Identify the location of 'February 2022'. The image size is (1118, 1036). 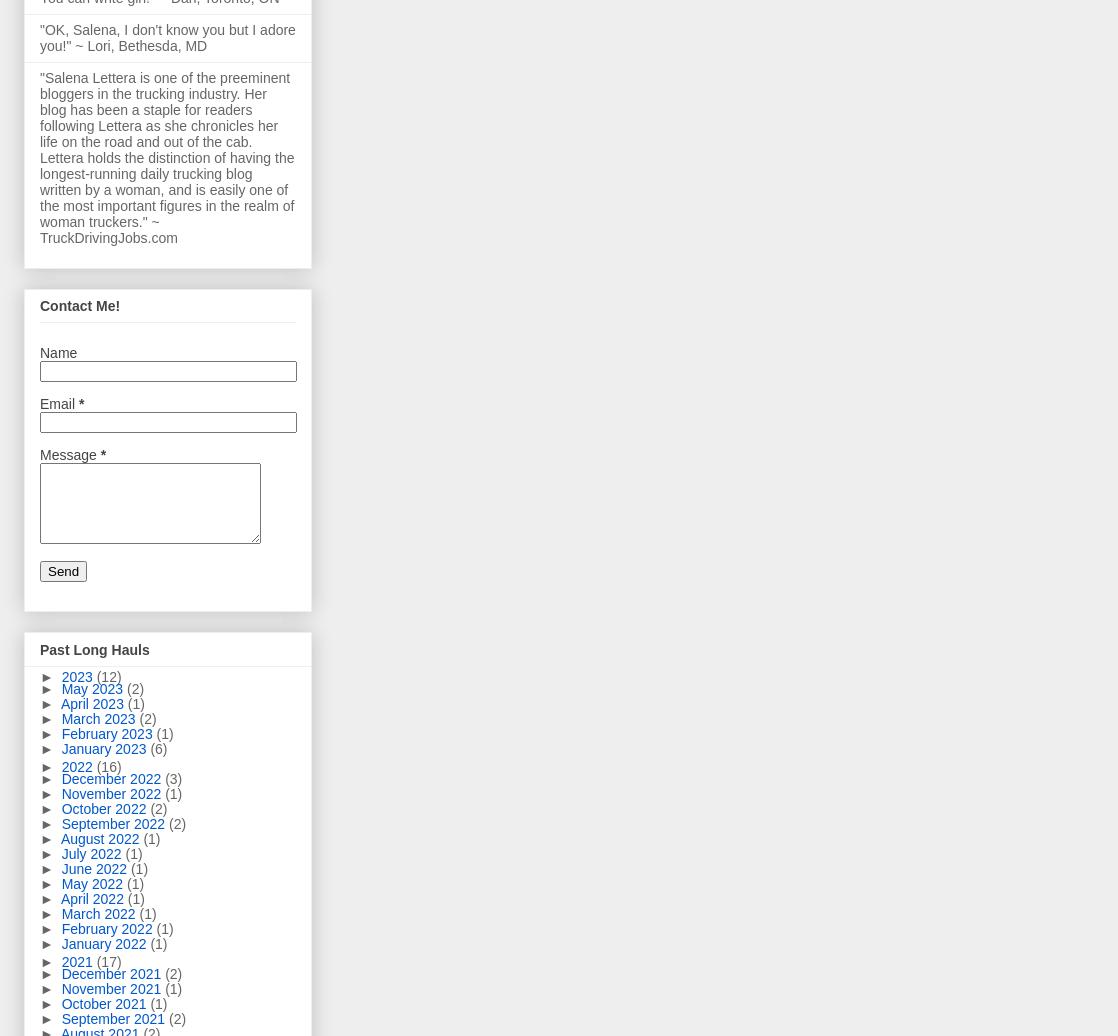
(108, 928).